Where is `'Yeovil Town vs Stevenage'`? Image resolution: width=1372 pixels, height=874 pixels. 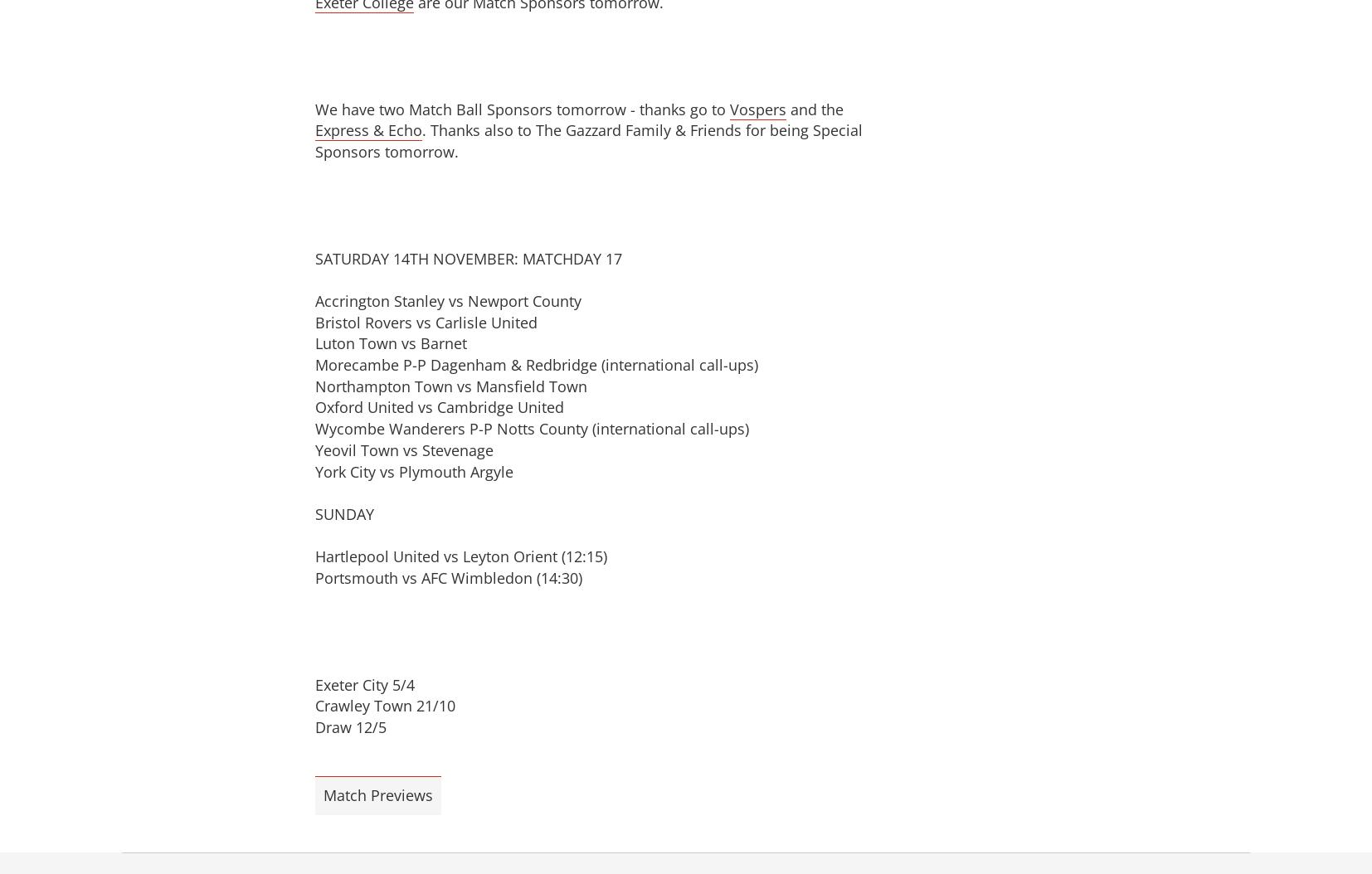
'Yeovil Town vs Stevenage' is located at coordinates (314, 449).